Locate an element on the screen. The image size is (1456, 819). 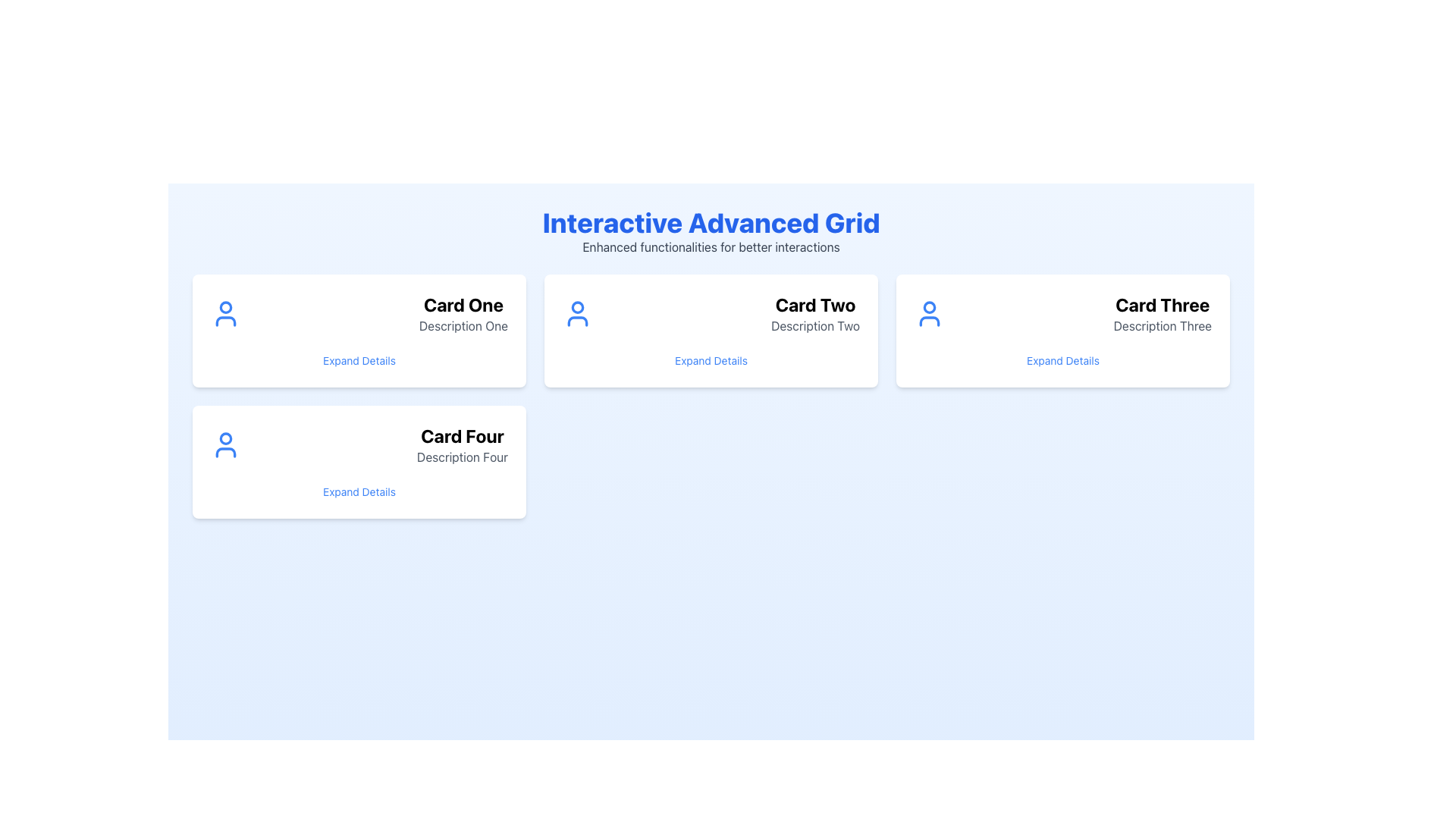
the blue-colored hyperlink 'Expand Details' located at the bottom right corner of 'Card Two' is located at coordinates (710, 360).